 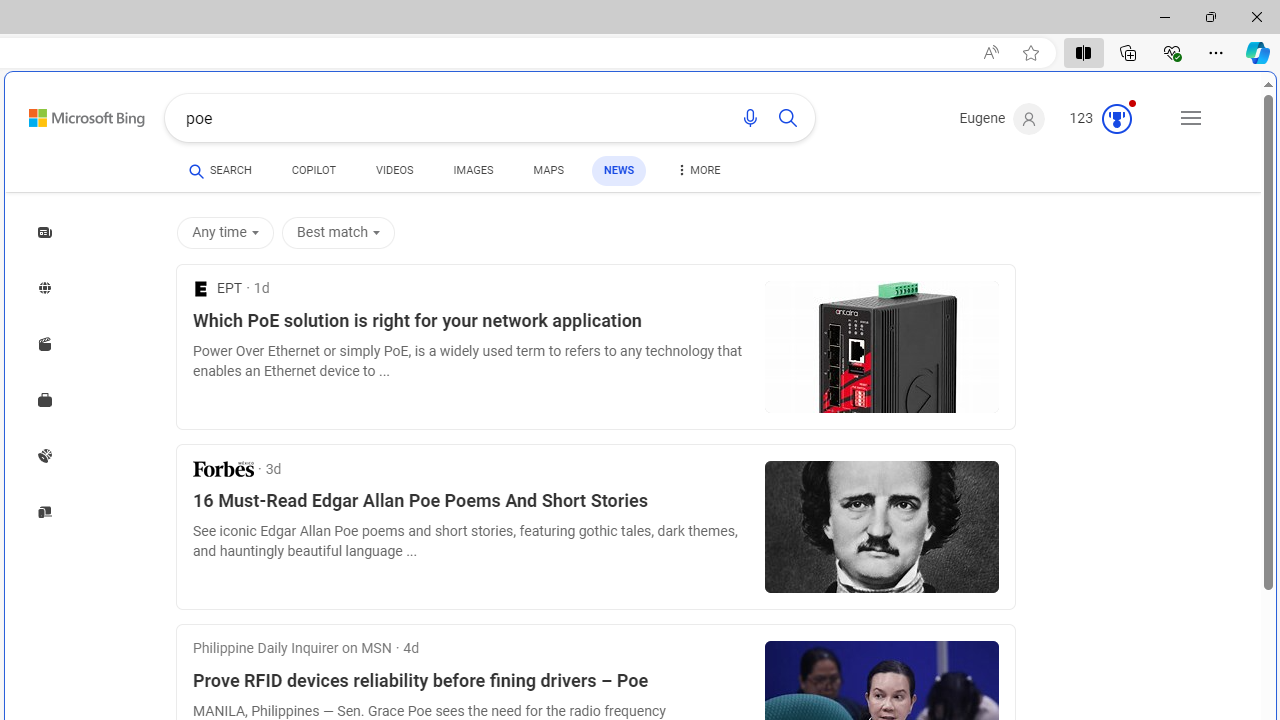 I want to click on 'Any time', so click(x=229, y=231).